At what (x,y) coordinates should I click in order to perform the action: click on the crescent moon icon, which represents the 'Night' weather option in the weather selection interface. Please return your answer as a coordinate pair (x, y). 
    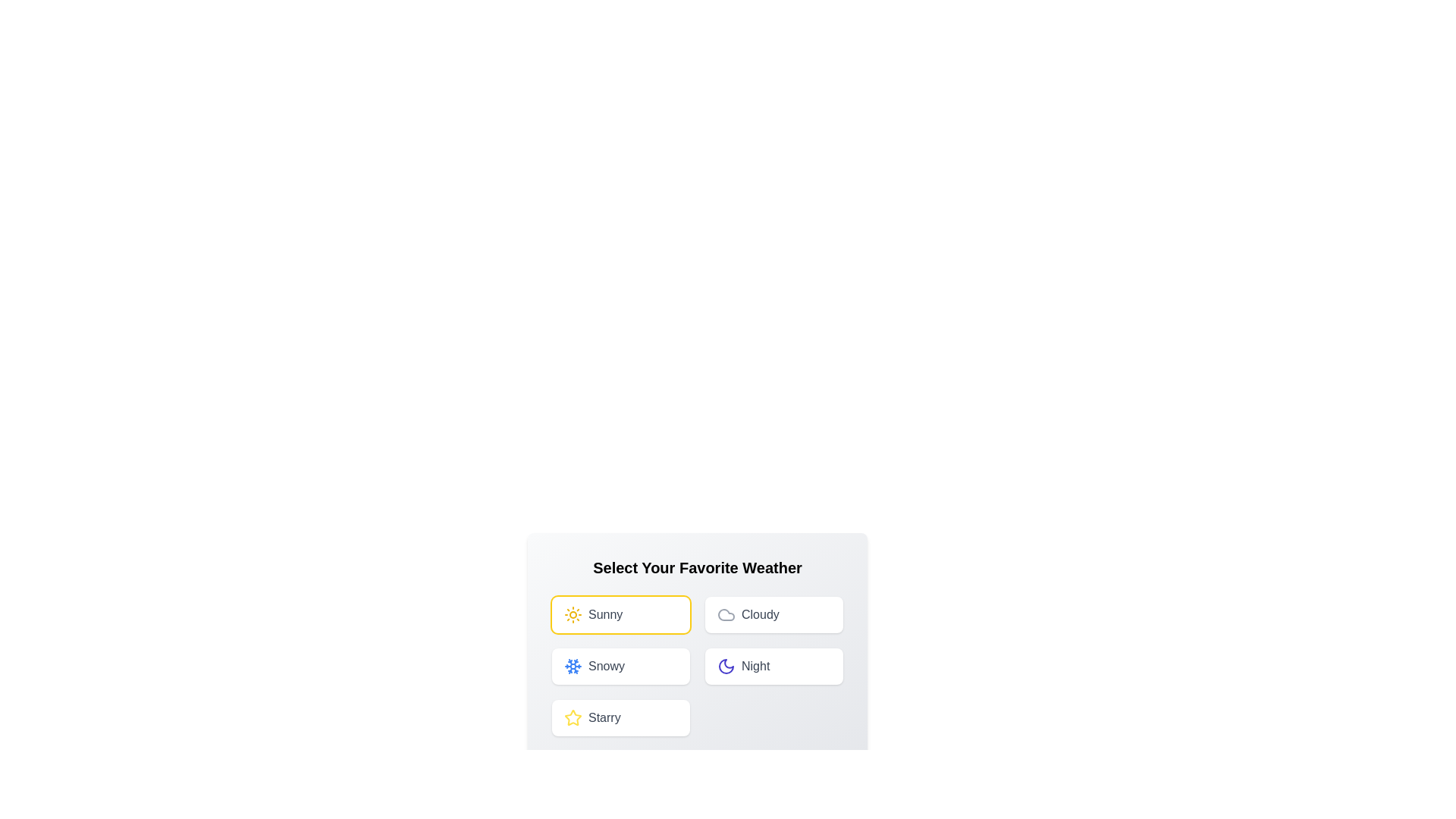
    Looking at the image, I should click on (726, 666).